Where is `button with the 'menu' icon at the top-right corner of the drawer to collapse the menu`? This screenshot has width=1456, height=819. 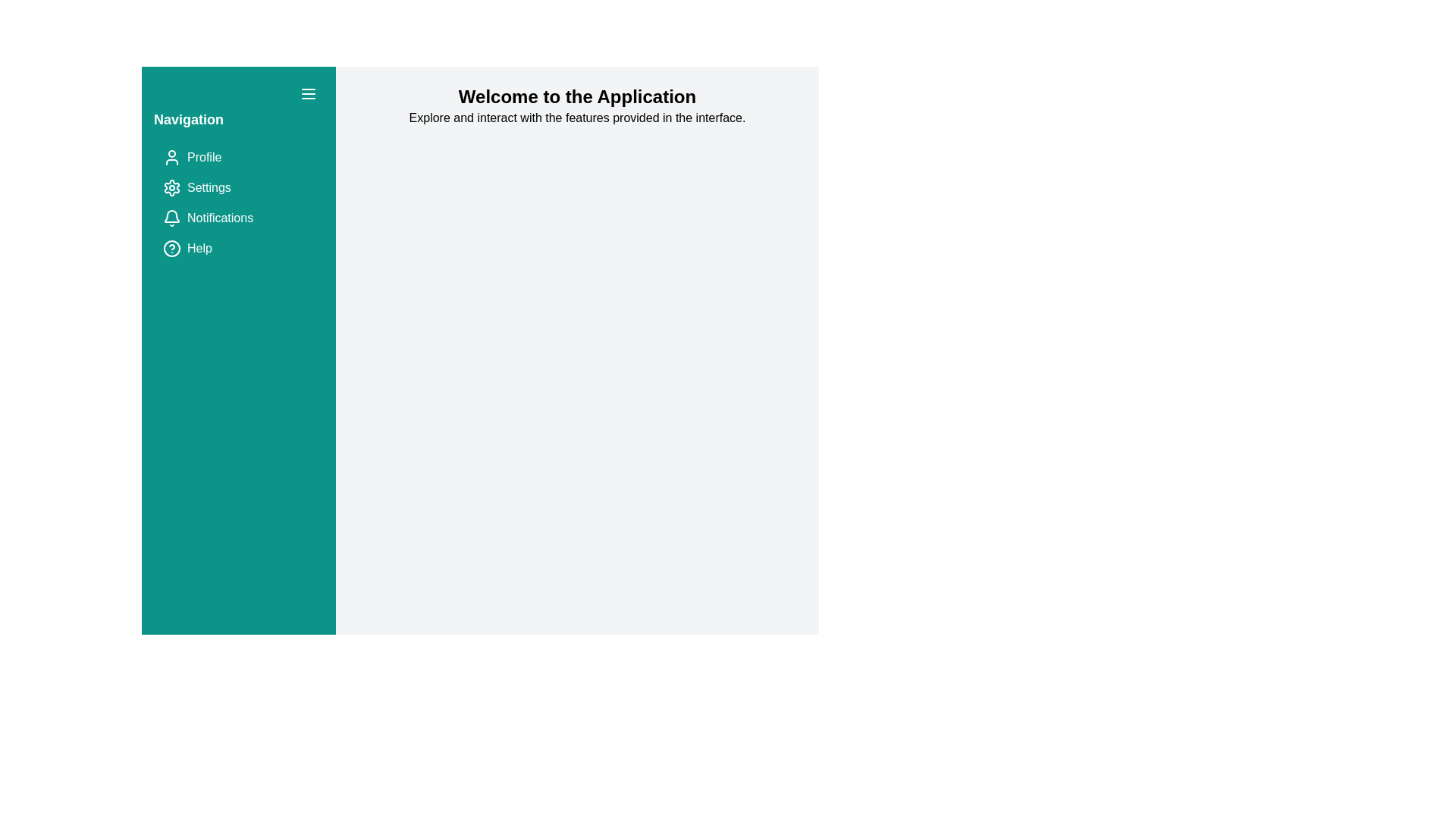
button with the 'menu' icon at the top-right corner of the drawer to collapse the menu is located at coordinates (308, 93).